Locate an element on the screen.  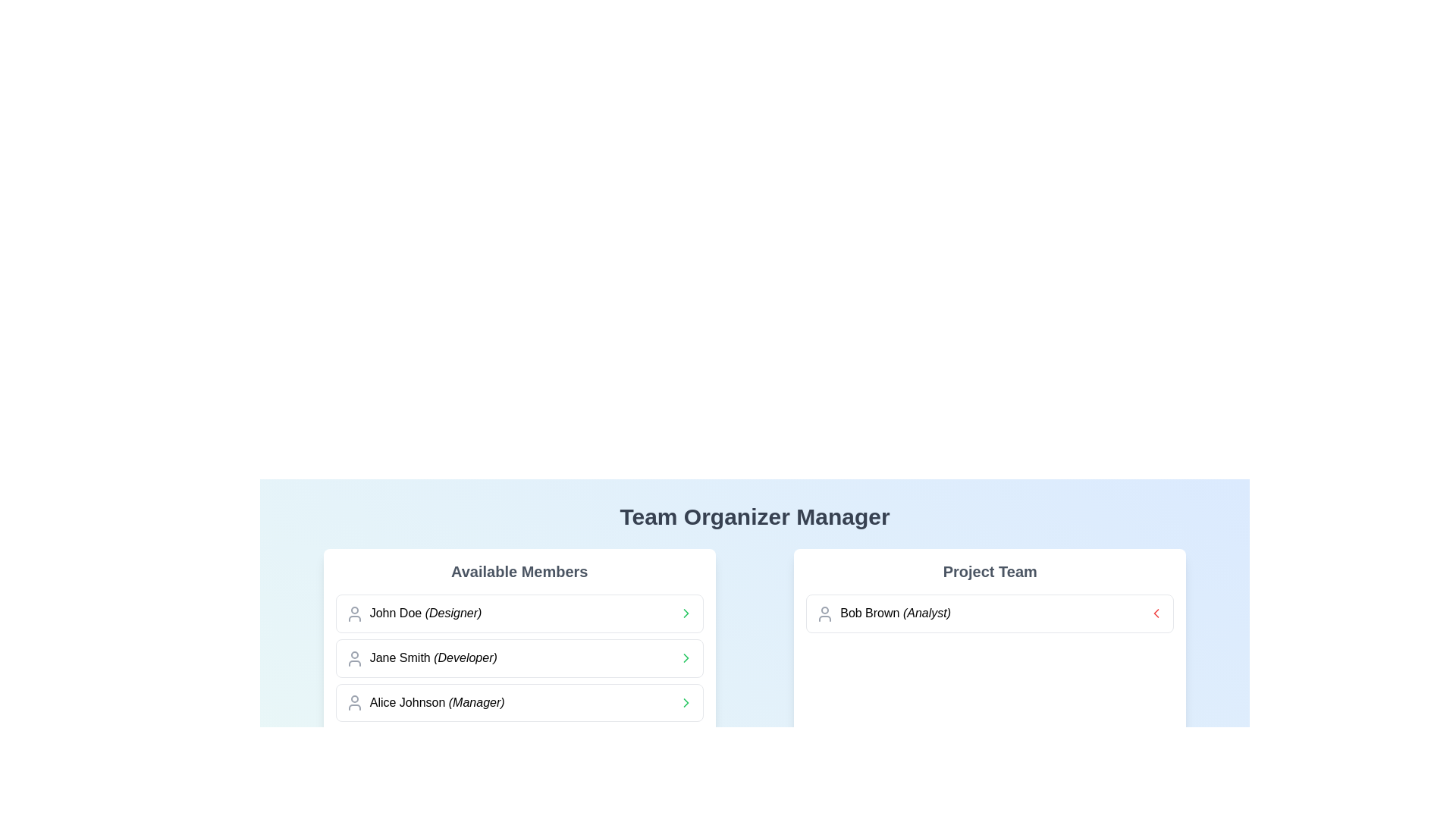
the Chevron icon button located at the far-right end of the row labeled 'Alice Johnson (Manager)' under the 'Available Members' section to change its color to a darker shade of green is located at coordinates (685, 702).